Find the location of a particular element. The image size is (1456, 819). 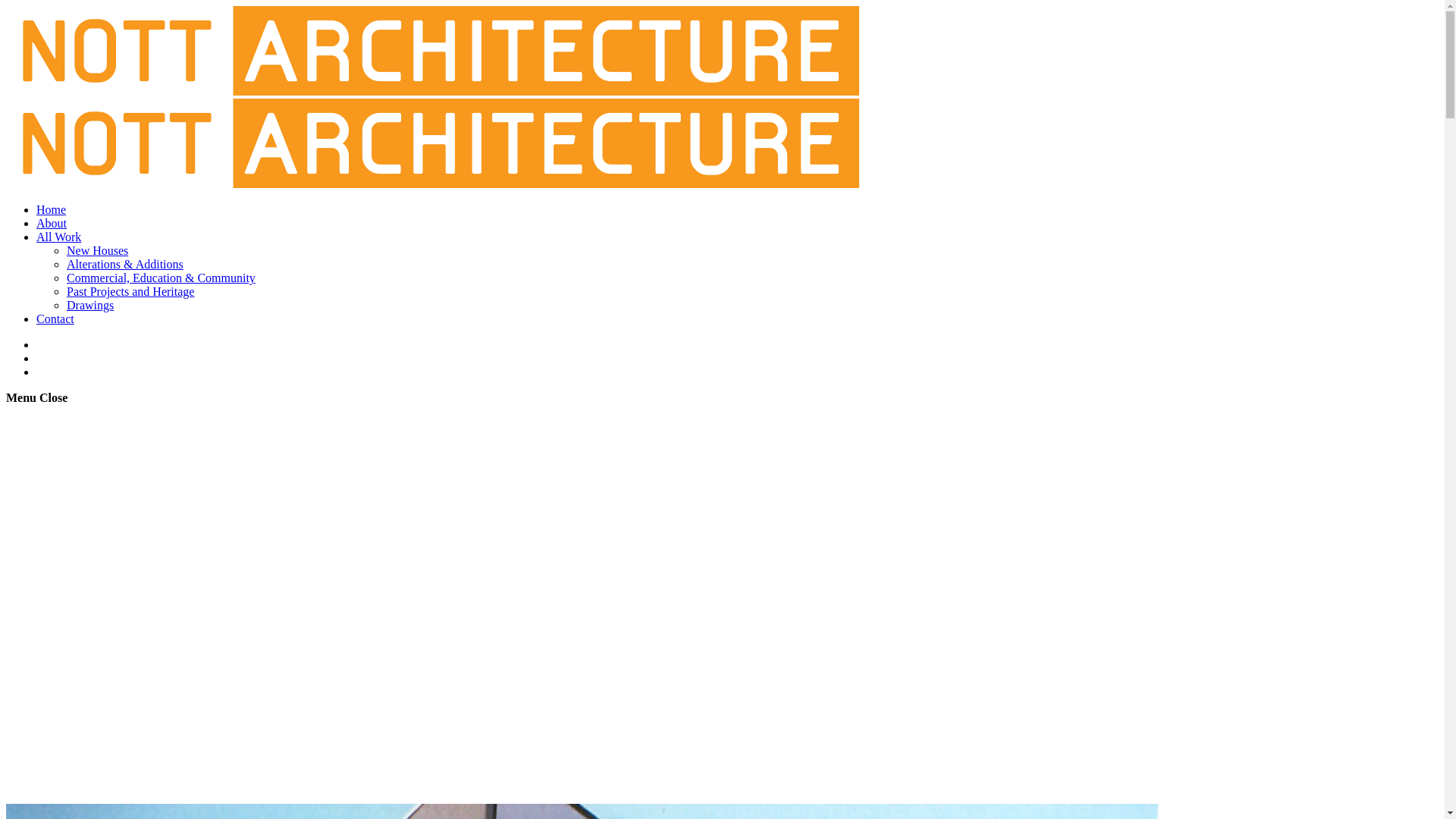

'New Houses' is located at coordinates (96, 249).